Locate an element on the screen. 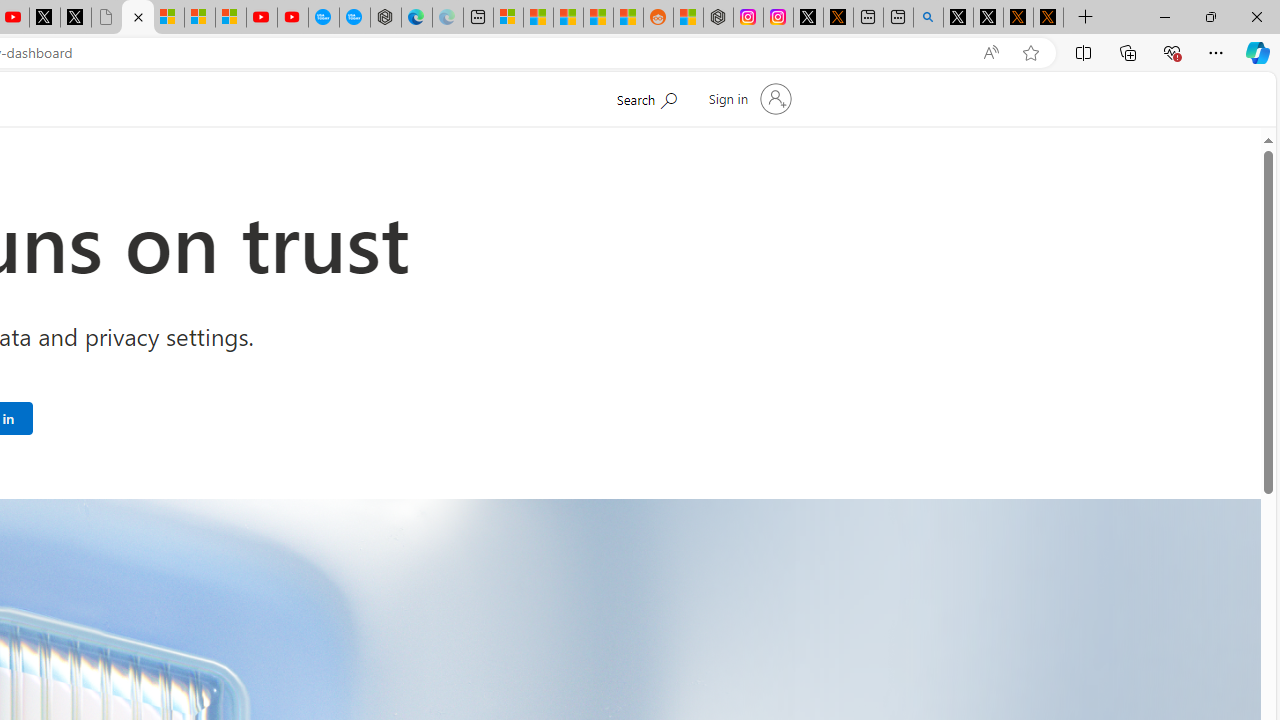 The image size is (1280, 720). 'Shanghai, China Weather trends | Microsoft Weather' is located at coordinates (627, 17).